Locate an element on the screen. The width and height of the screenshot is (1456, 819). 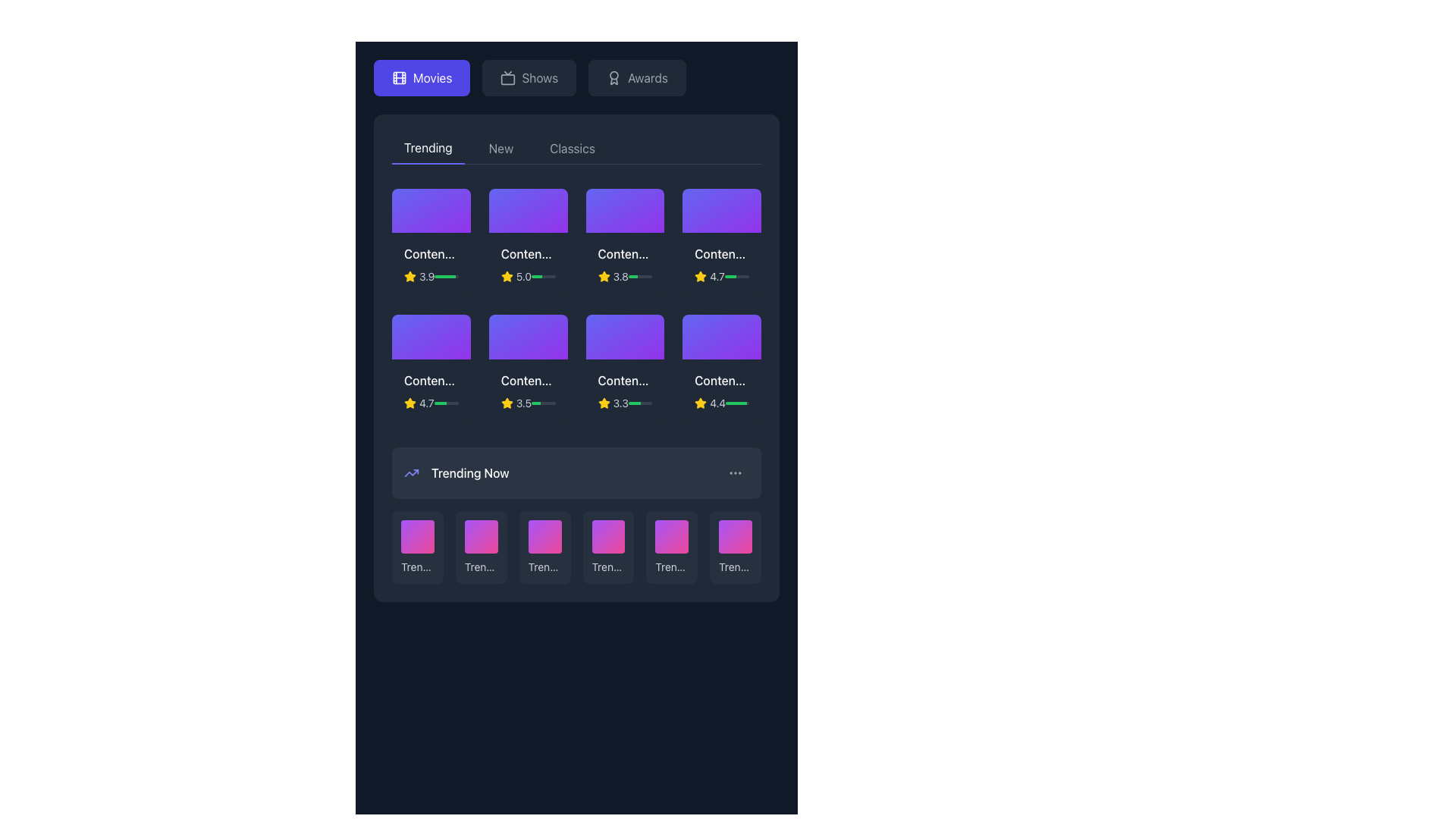
the award ribbon icon located in the top row of the interface, aligned to the left of the 'Awards' text in the horizontal menu bar is located at coordinates (614, 78).